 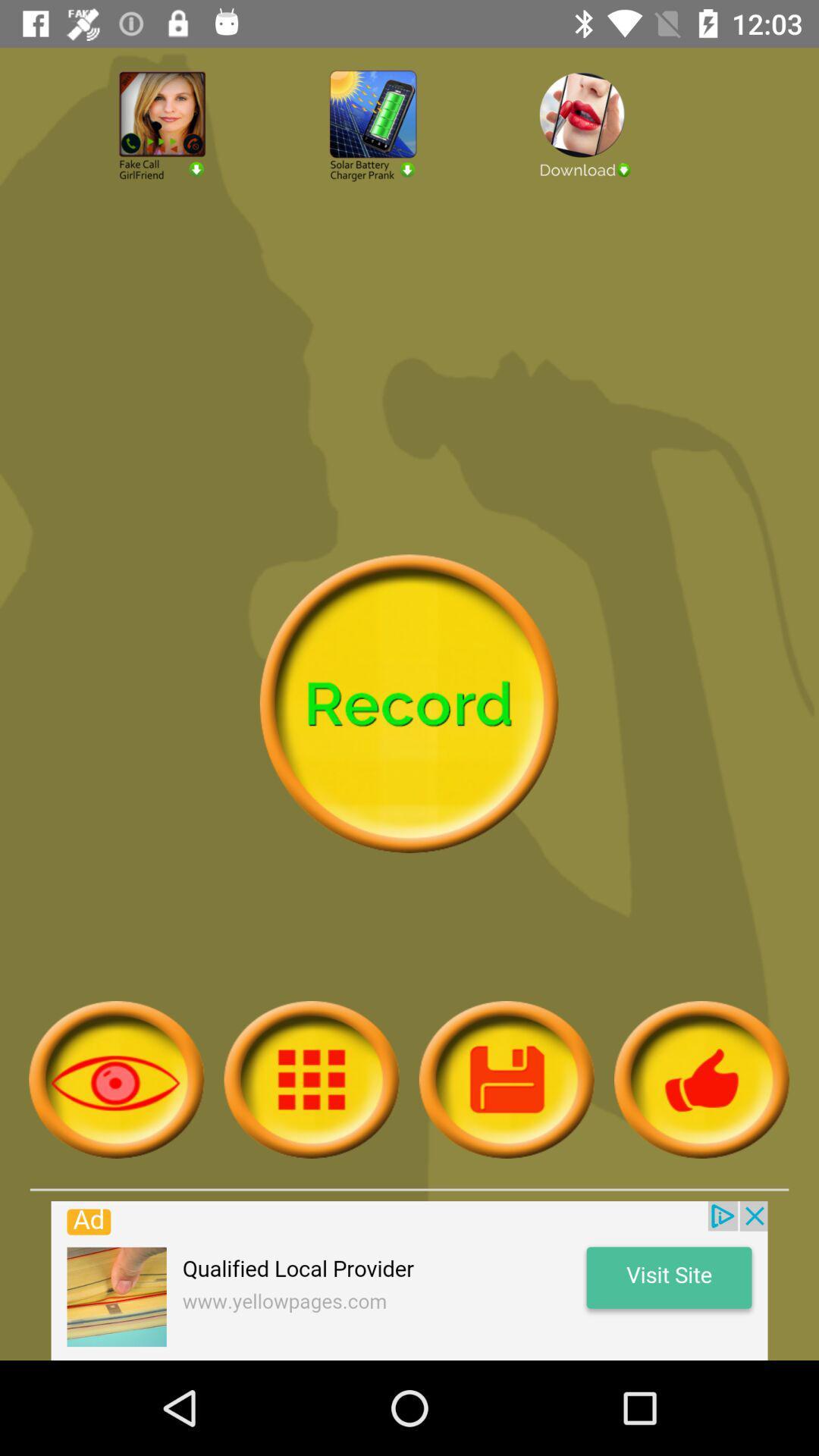 What do you see at coordinates (620, 166) in the screenshot?
I see `advertisement` at bounding box center [620, 166].